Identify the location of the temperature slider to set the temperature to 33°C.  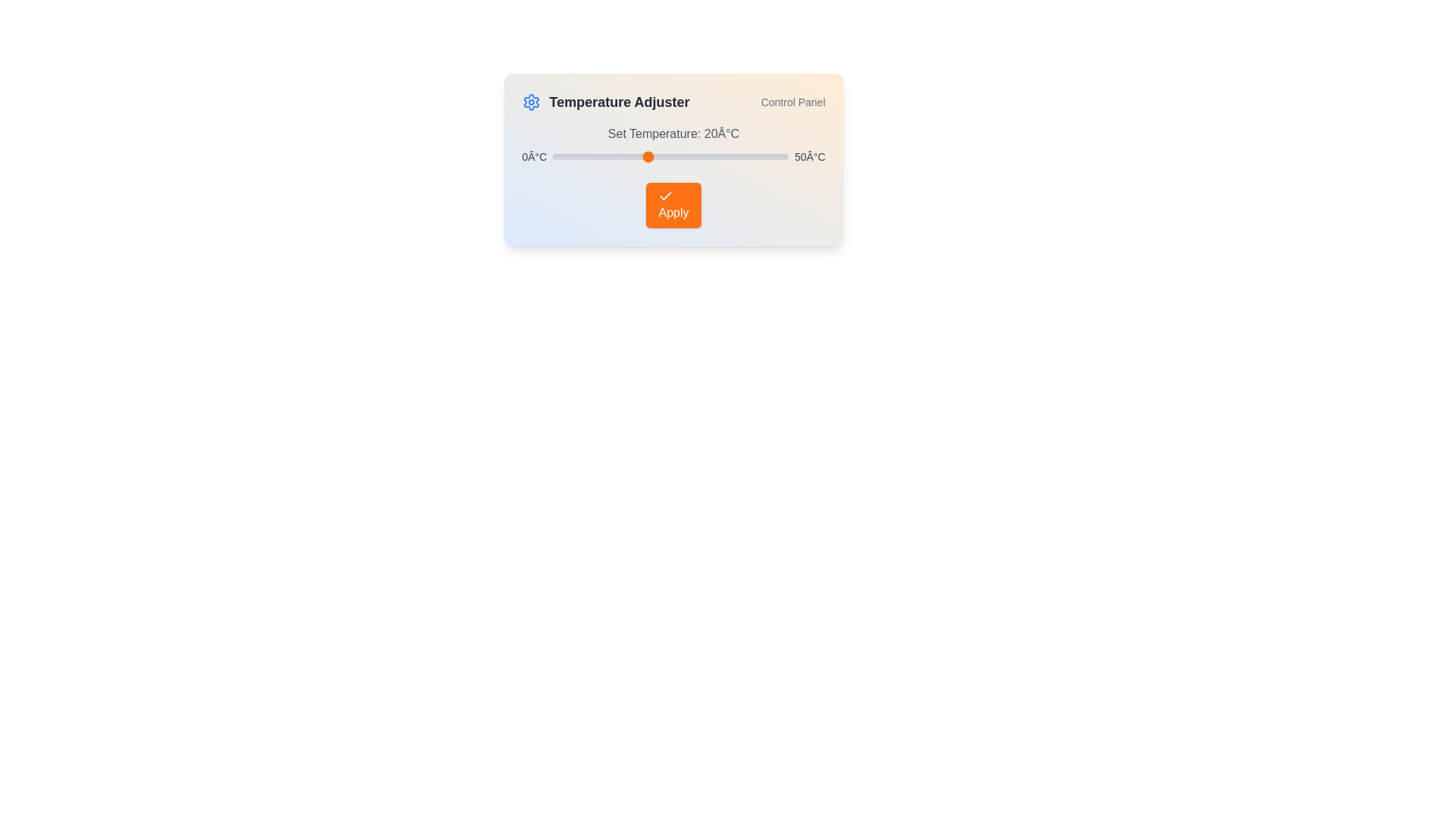
(708, 157).